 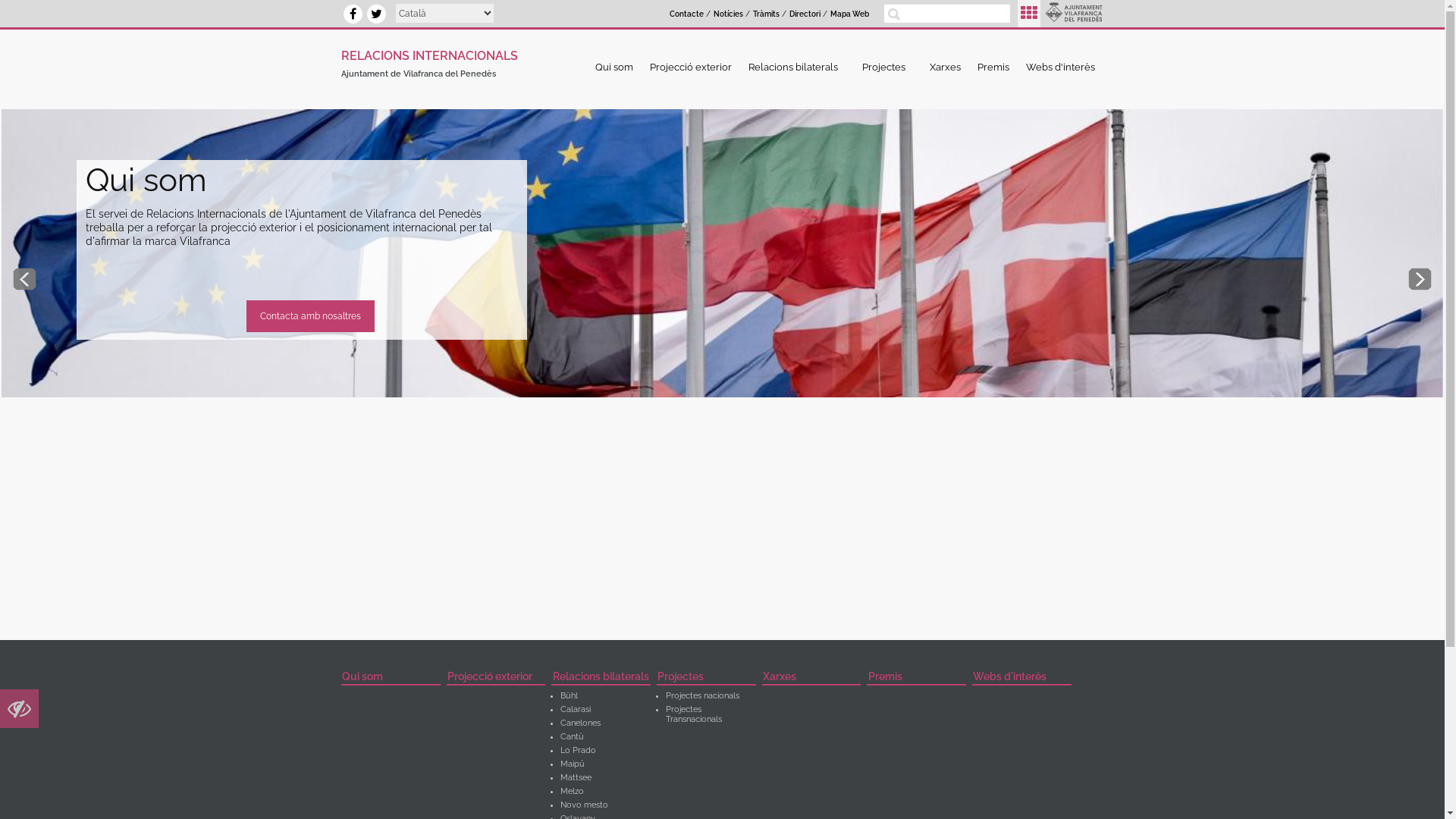 I want to click on 'Contacte', so click(x=686, y=14).